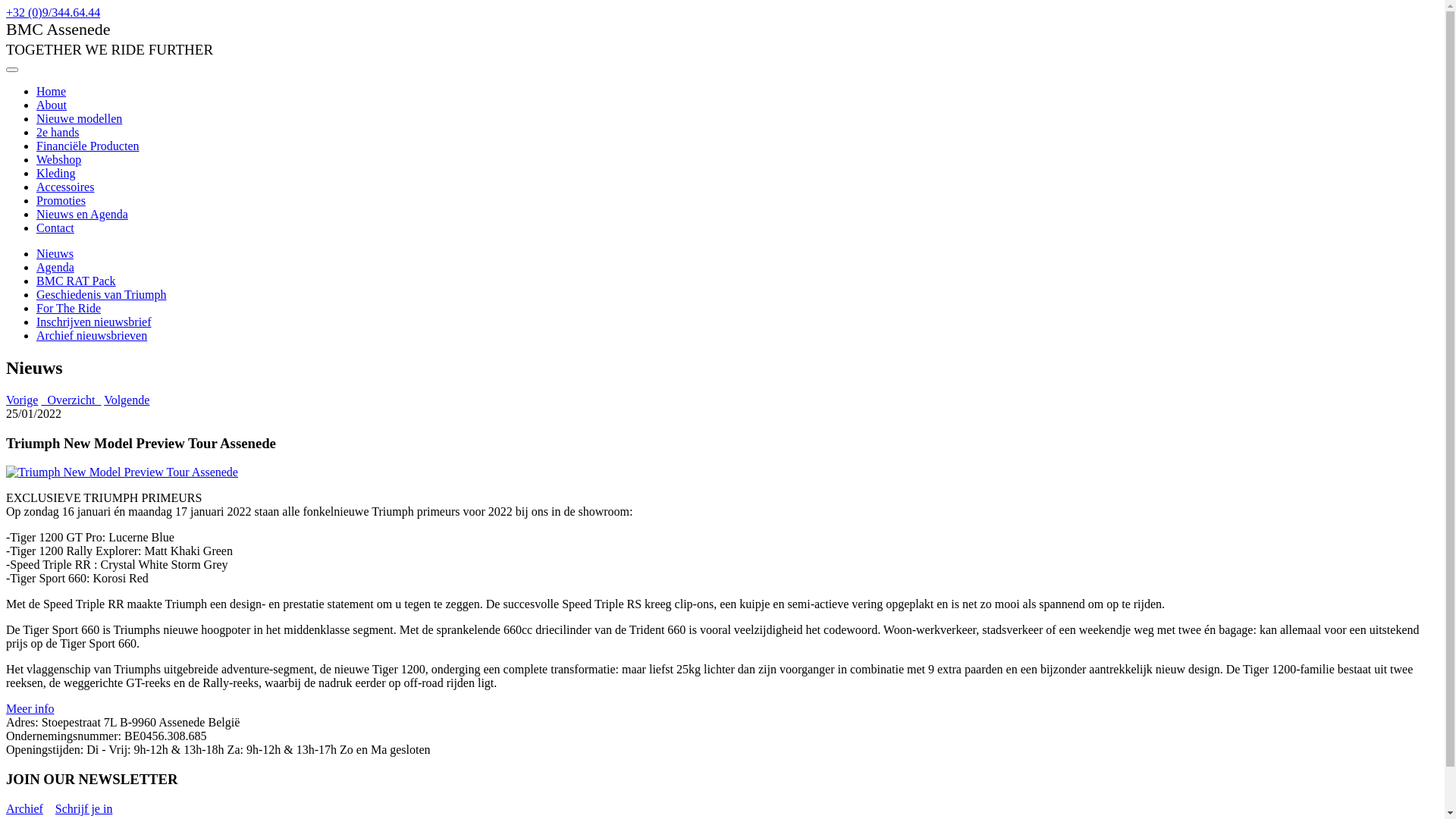 This screenshot has height=819, width=1456. Describe the element at coordinates (81, 214) in the screenshot. I see `'Nieuws en Agenda'` at that location.